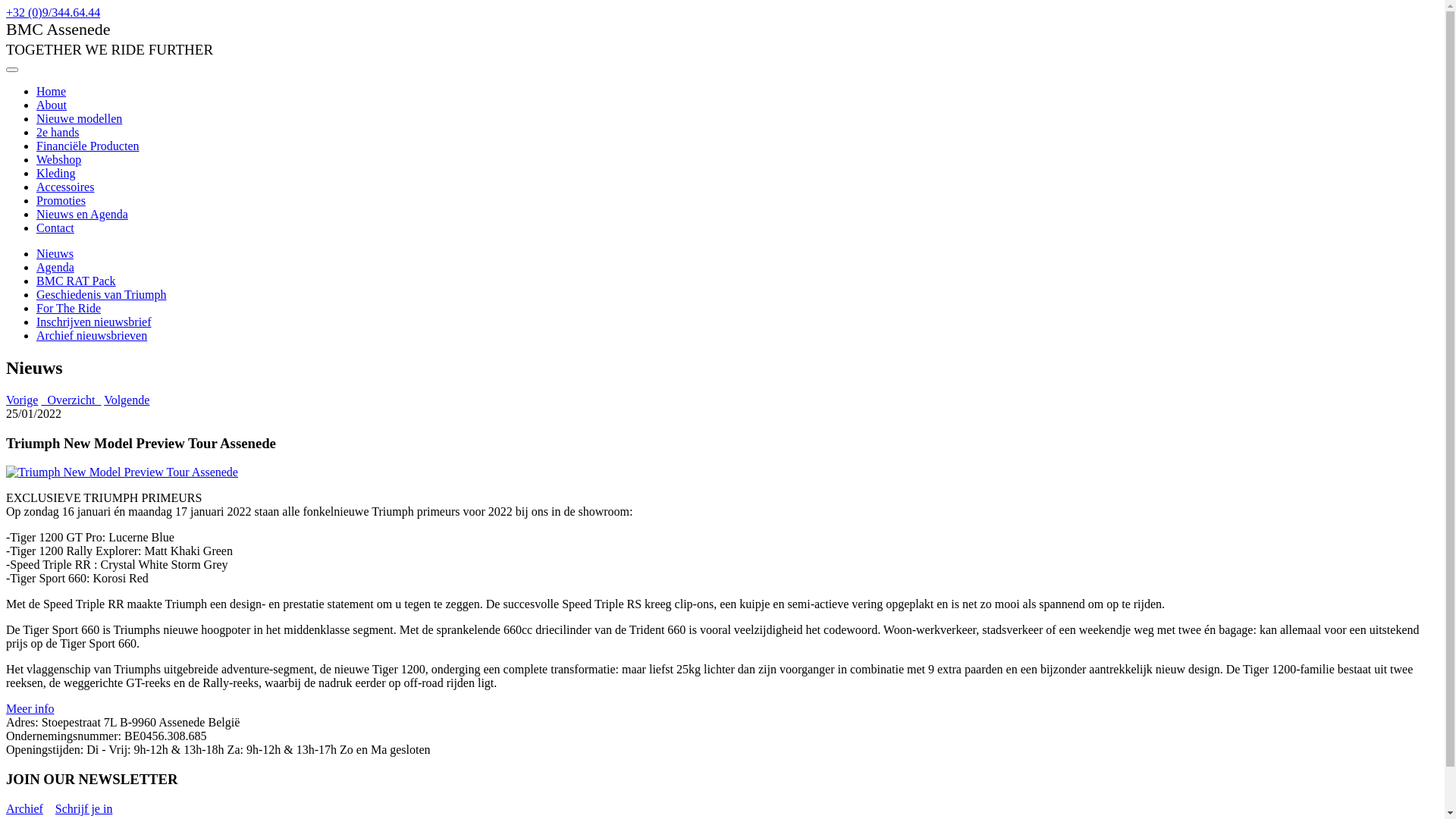 This screenshot has height=819, width=1456. Describe the element at coordinates (81, 214) in the screenshot. I see `'Nieuws en Agenda'` at that location.